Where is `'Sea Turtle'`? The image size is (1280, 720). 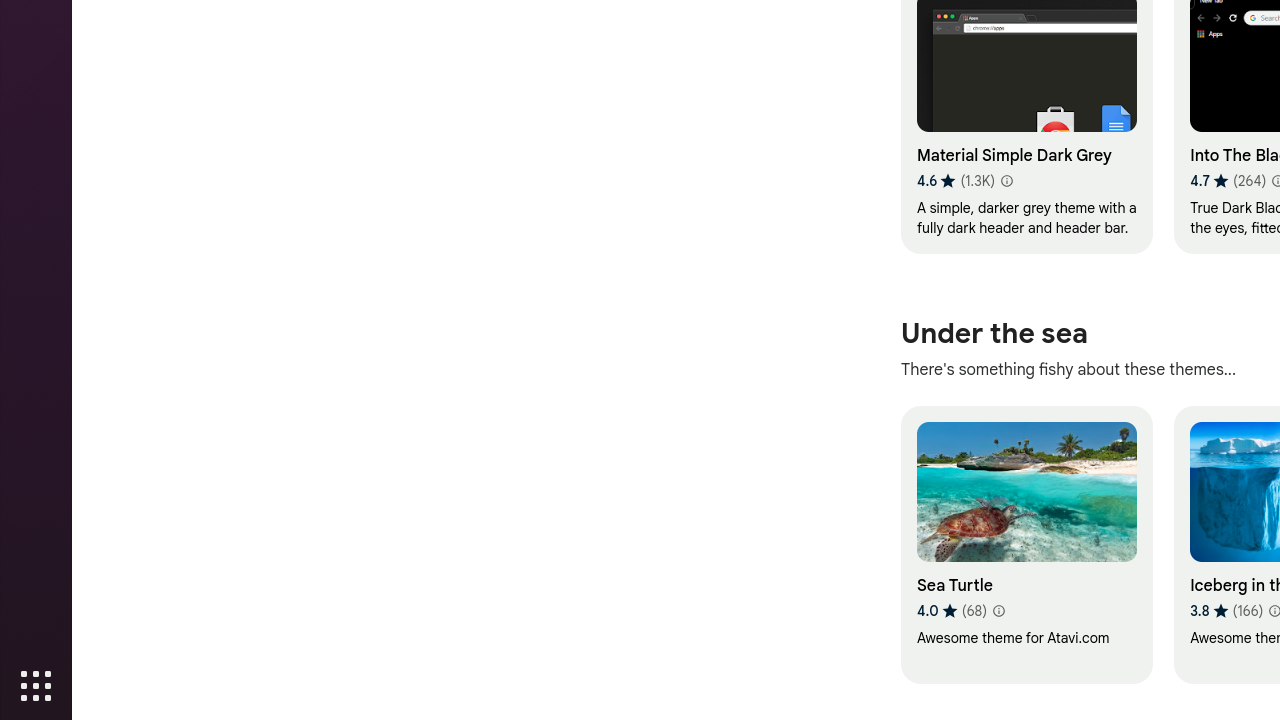
'Sea Turtle' is located at coordinates (1026, 544).